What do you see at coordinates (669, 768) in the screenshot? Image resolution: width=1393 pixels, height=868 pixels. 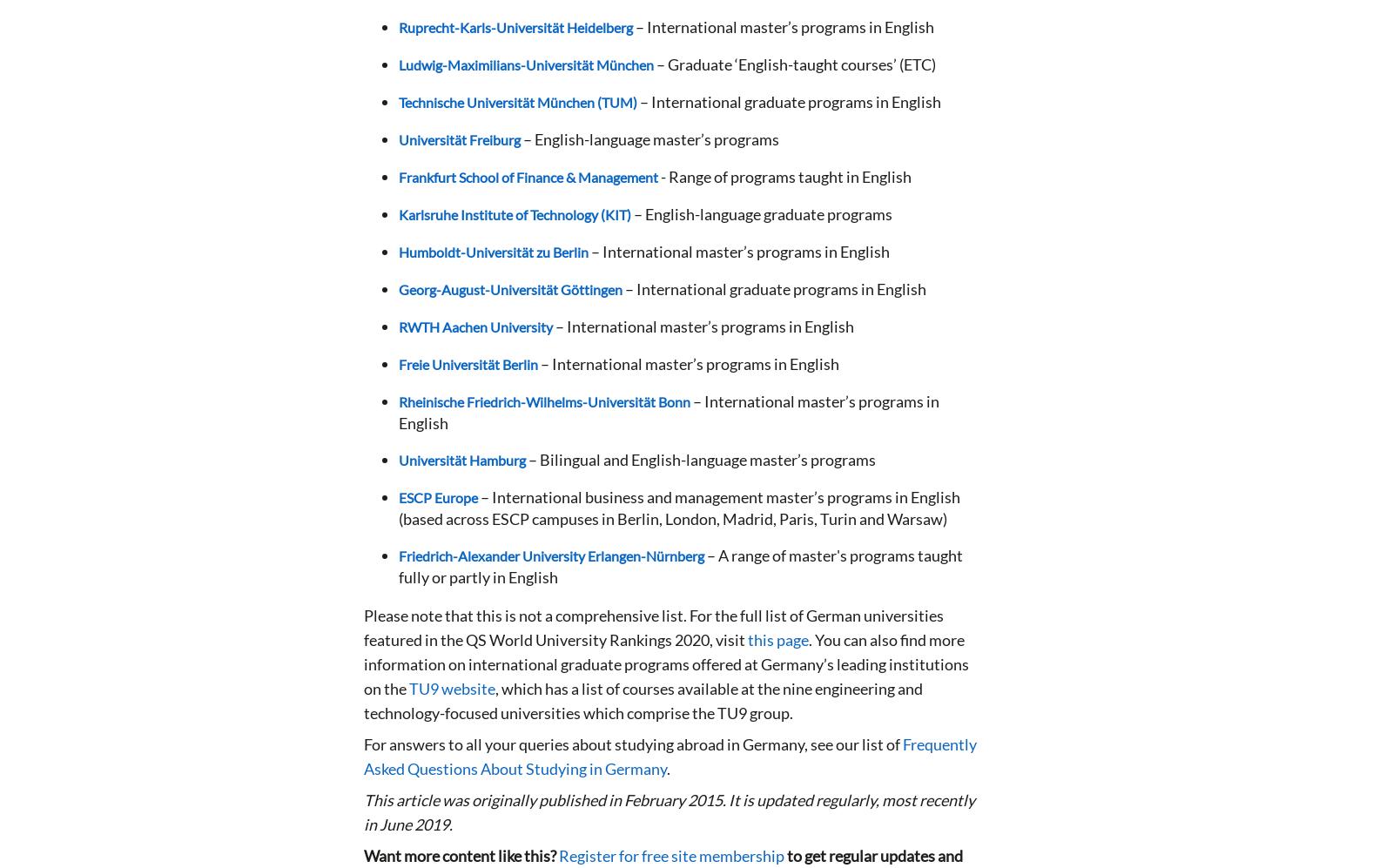 I see `'.'` at bounding box center [669, 768].